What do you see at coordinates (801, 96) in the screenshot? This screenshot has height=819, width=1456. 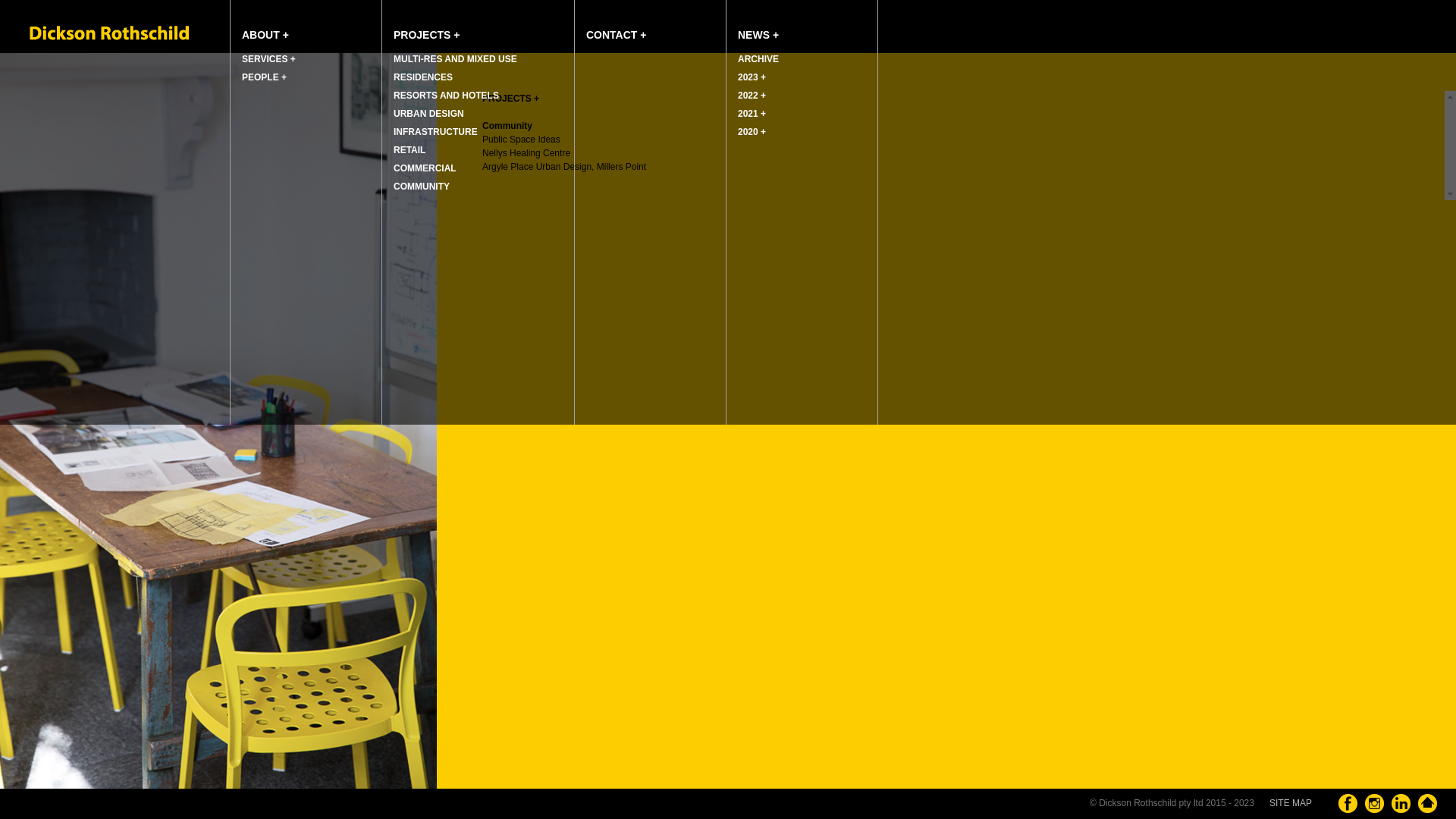 I see `'2022 +'` at bounding box center [801, 96].